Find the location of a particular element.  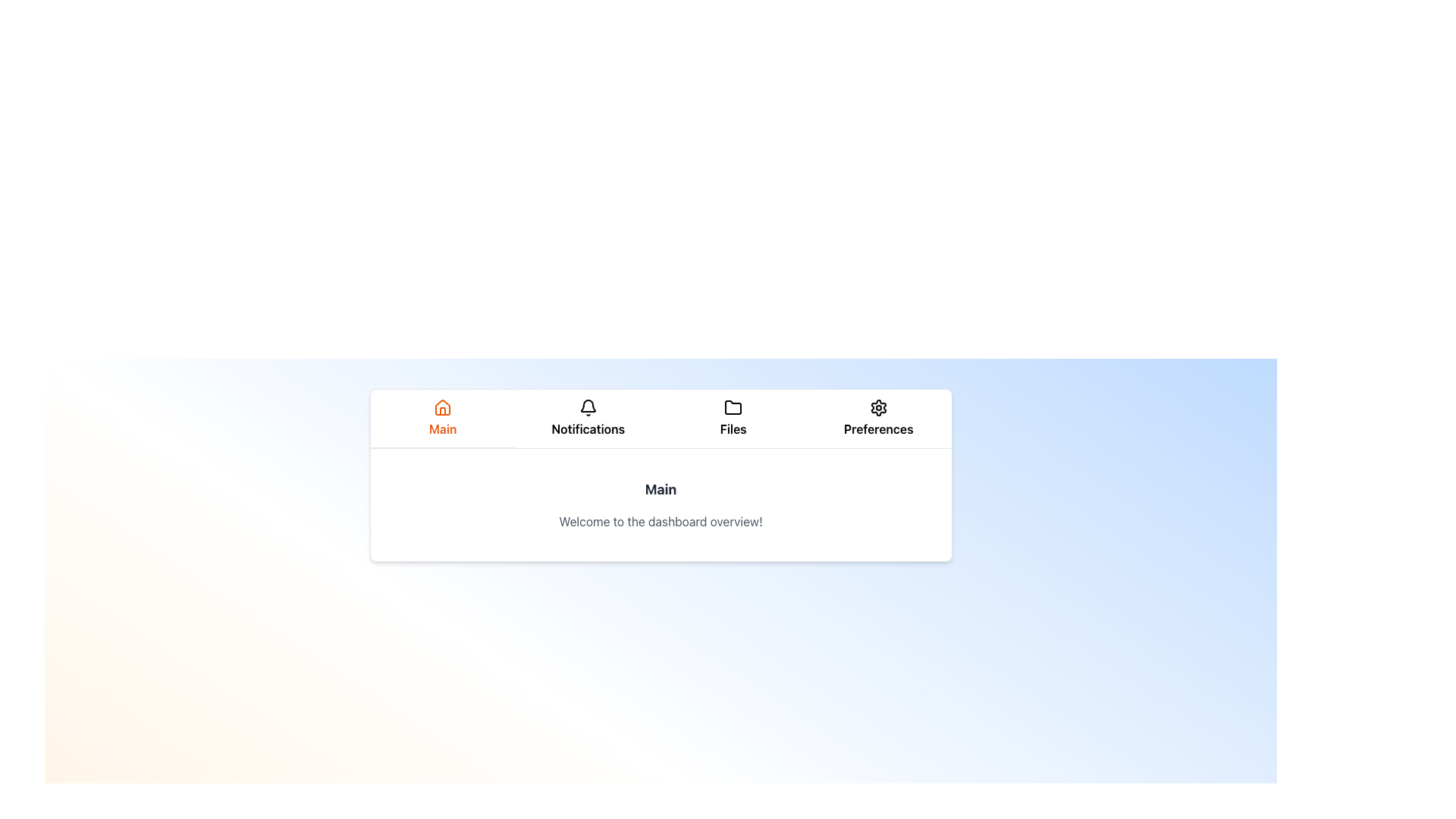

the 'Notifications' text label, which is displayed in bold, black font and is positioned below the bell-shaped icon in the horizontal navigation bar is located at coordinates (587, 429).